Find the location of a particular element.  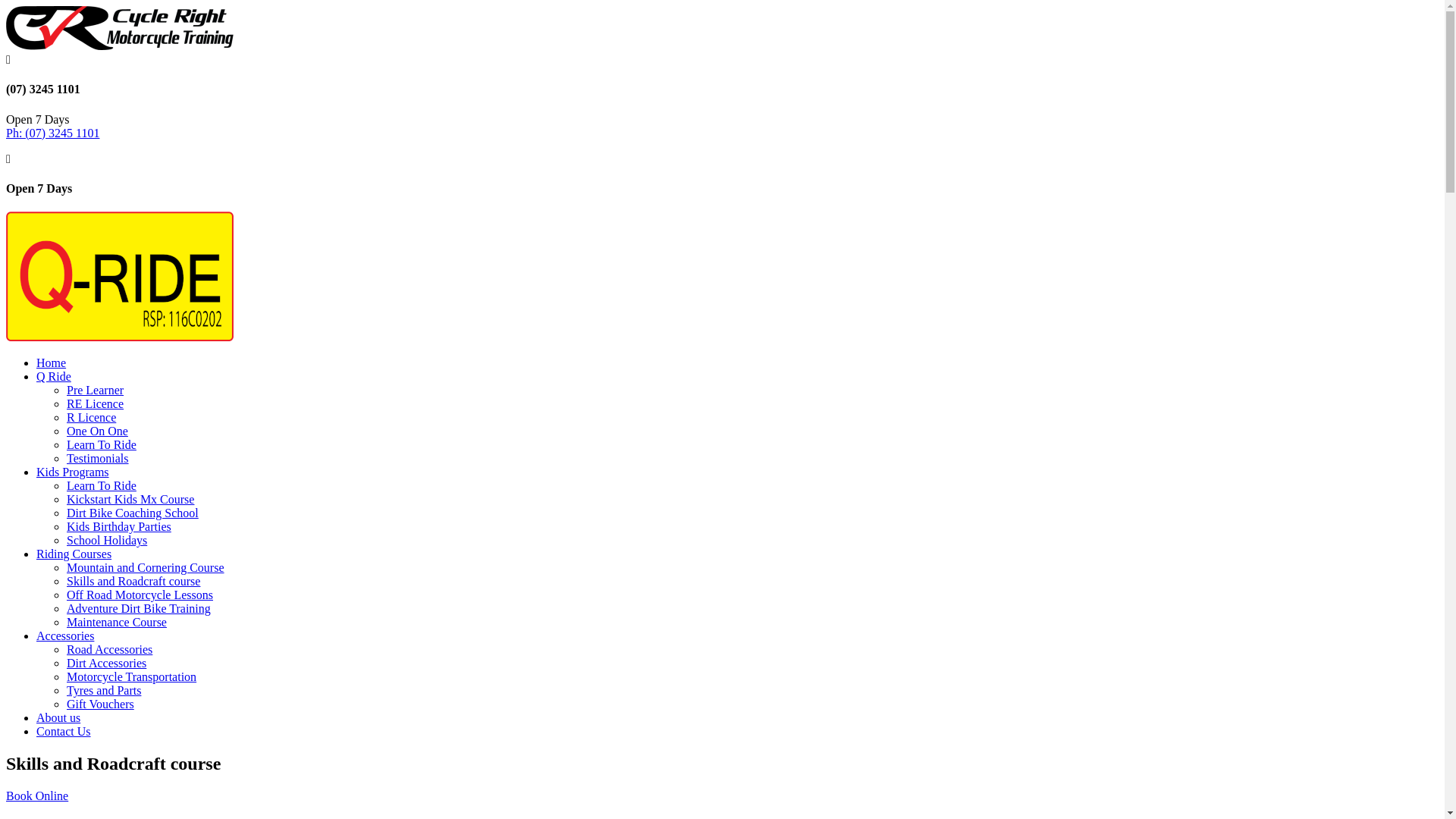

'About us' is located at coordinates (58, 717).